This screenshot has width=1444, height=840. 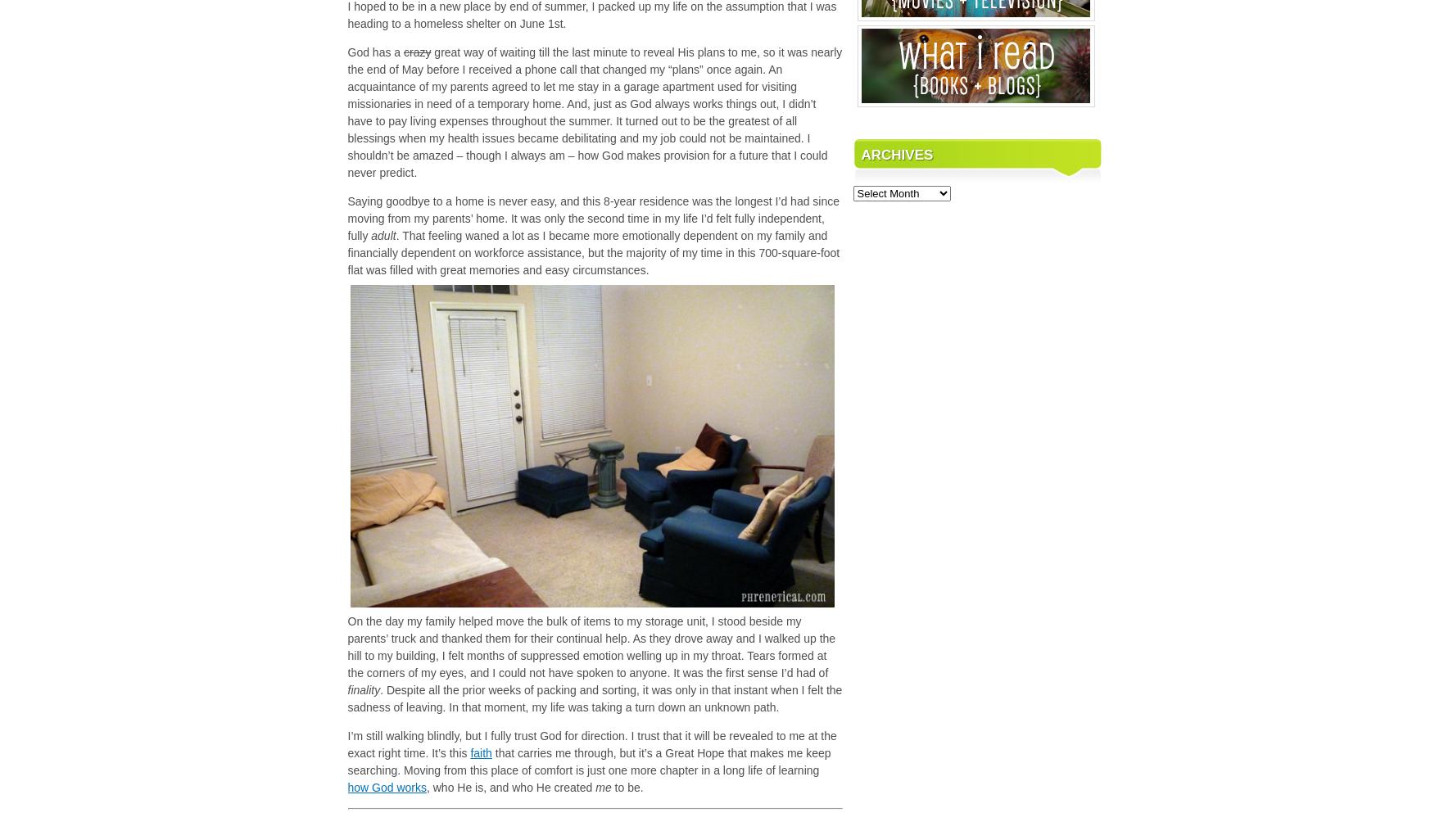 I want to click on 'crazy', so click(x=417, y=50).